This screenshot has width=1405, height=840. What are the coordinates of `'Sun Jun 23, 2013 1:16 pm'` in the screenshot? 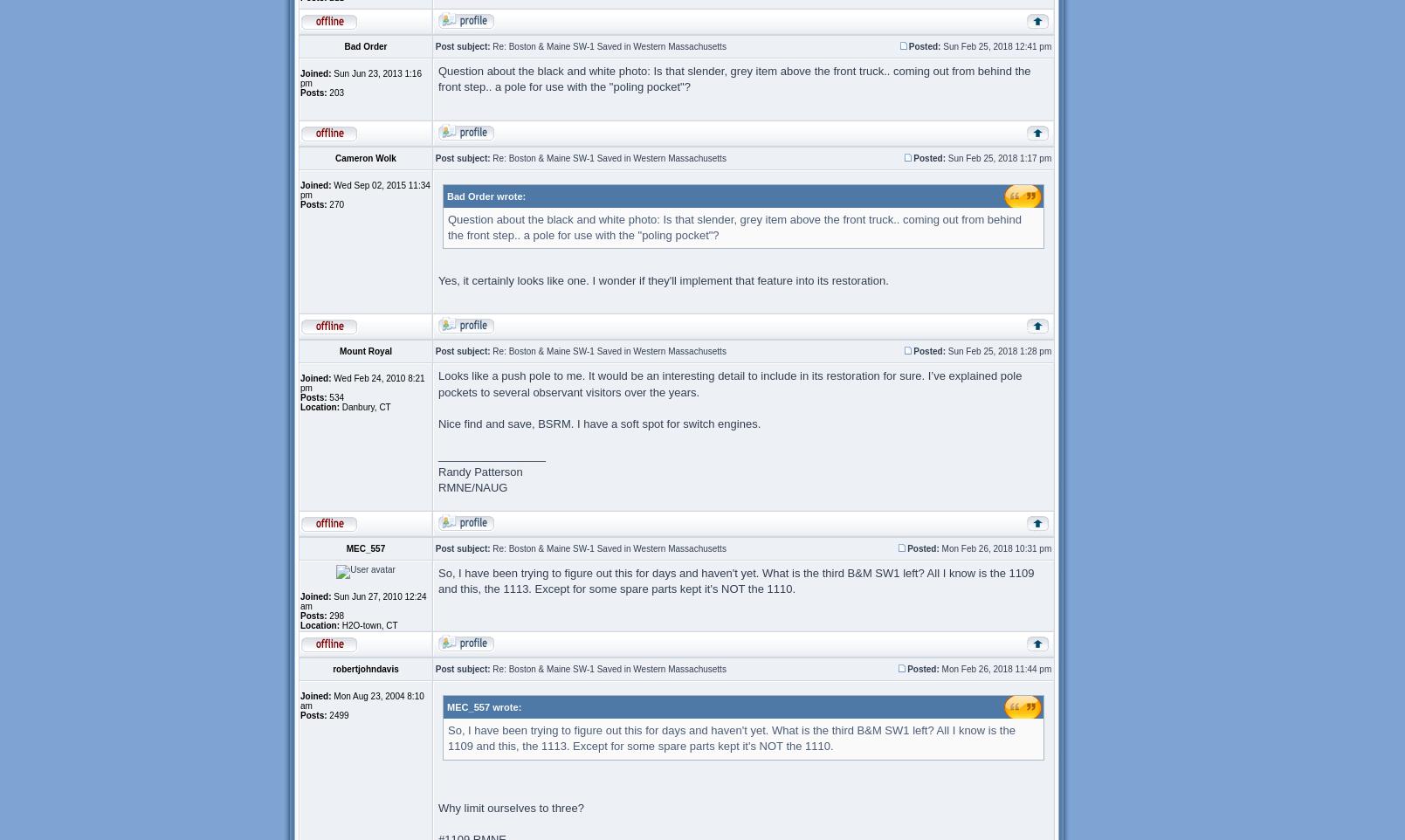 It's located at (360, 79).